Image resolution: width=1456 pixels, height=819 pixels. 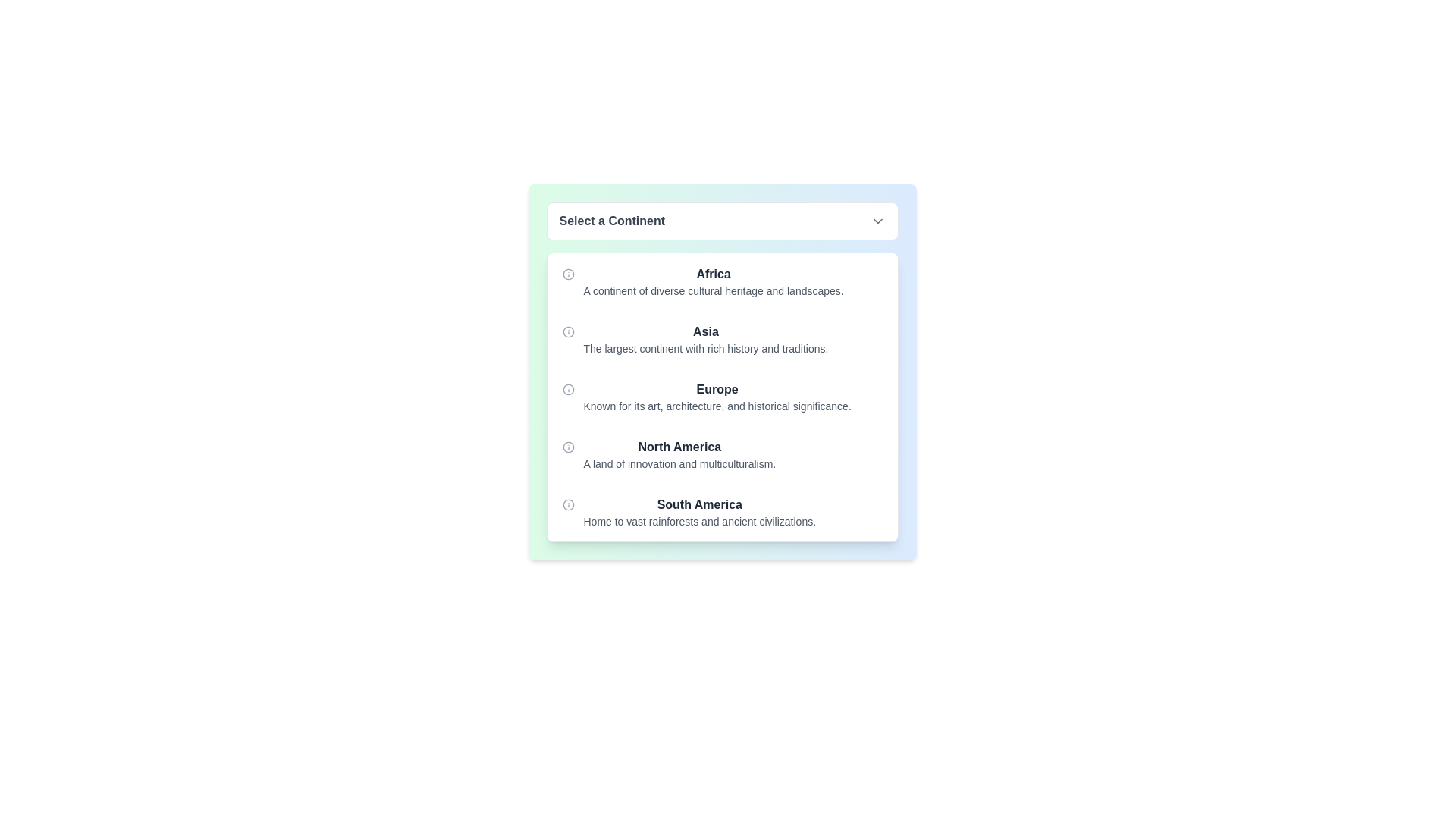 What do you see at coordinates (567, 447) in the screenshot?
I see `the circular graphical element within the information emblem adjacent to the 'North America' text option` at bounding box center [567, 447].